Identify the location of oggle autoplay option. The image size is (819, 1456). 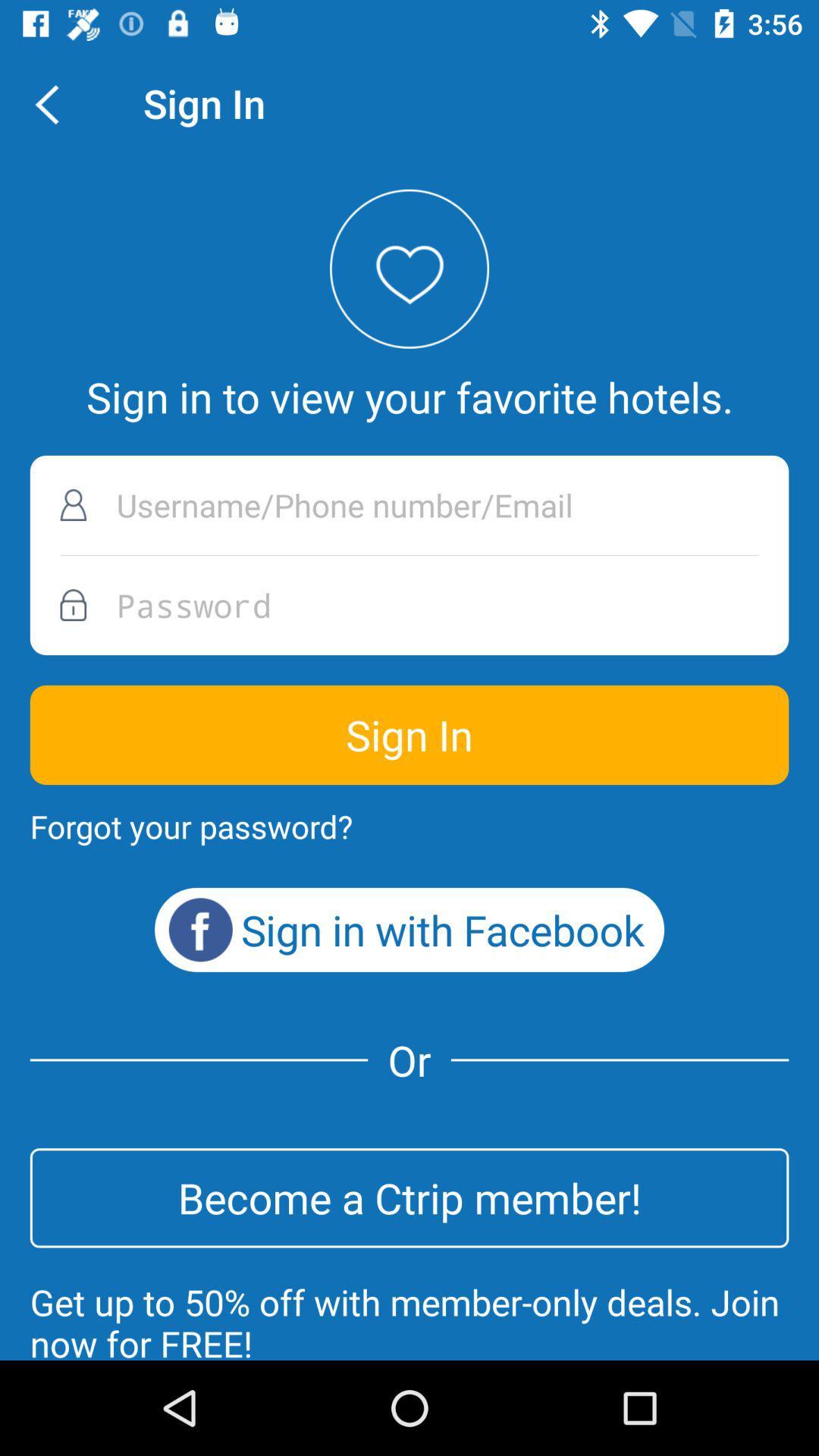
(409, 505).